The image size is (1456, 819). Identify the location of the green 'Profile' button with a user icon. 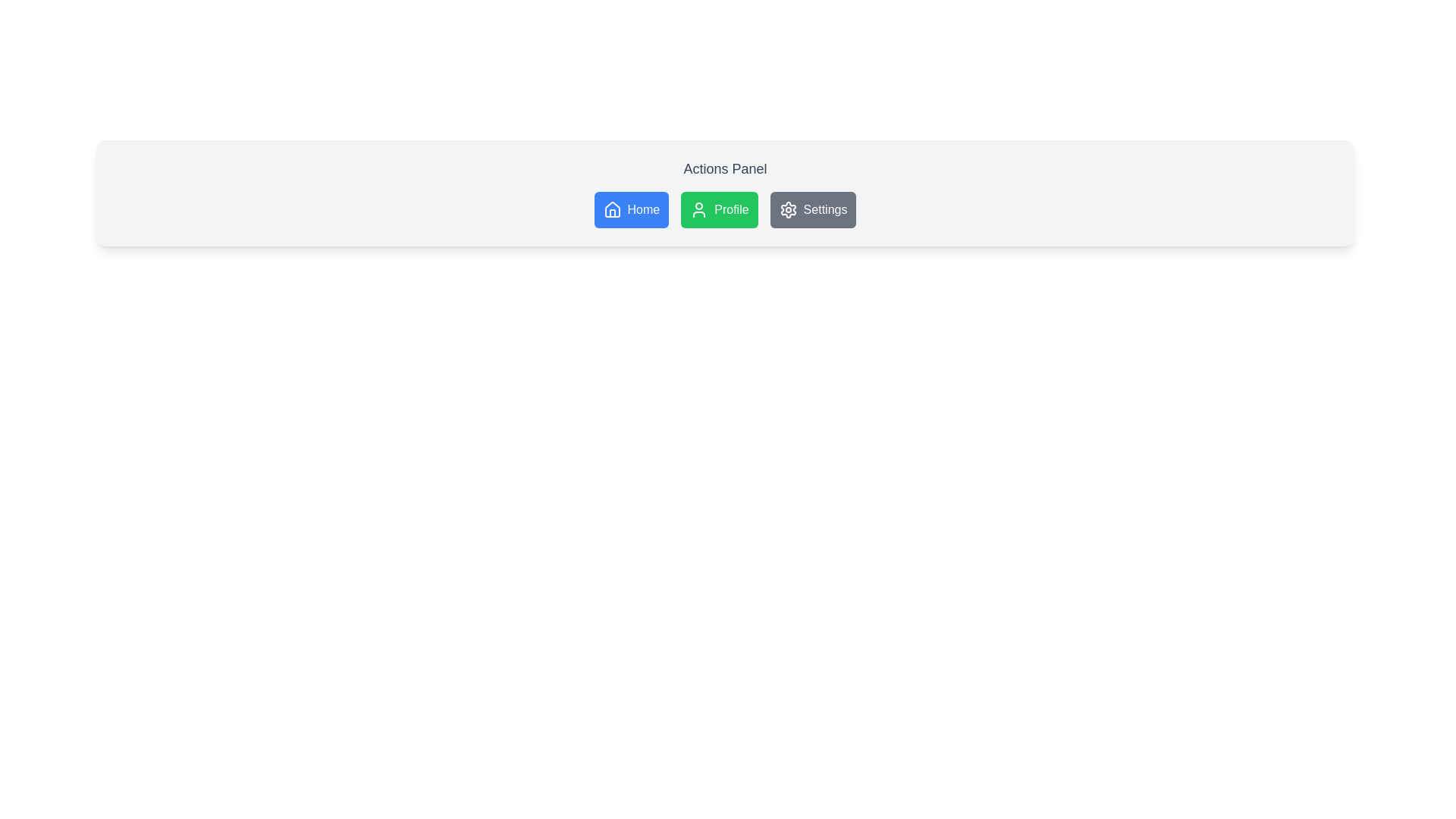
(718, 210).